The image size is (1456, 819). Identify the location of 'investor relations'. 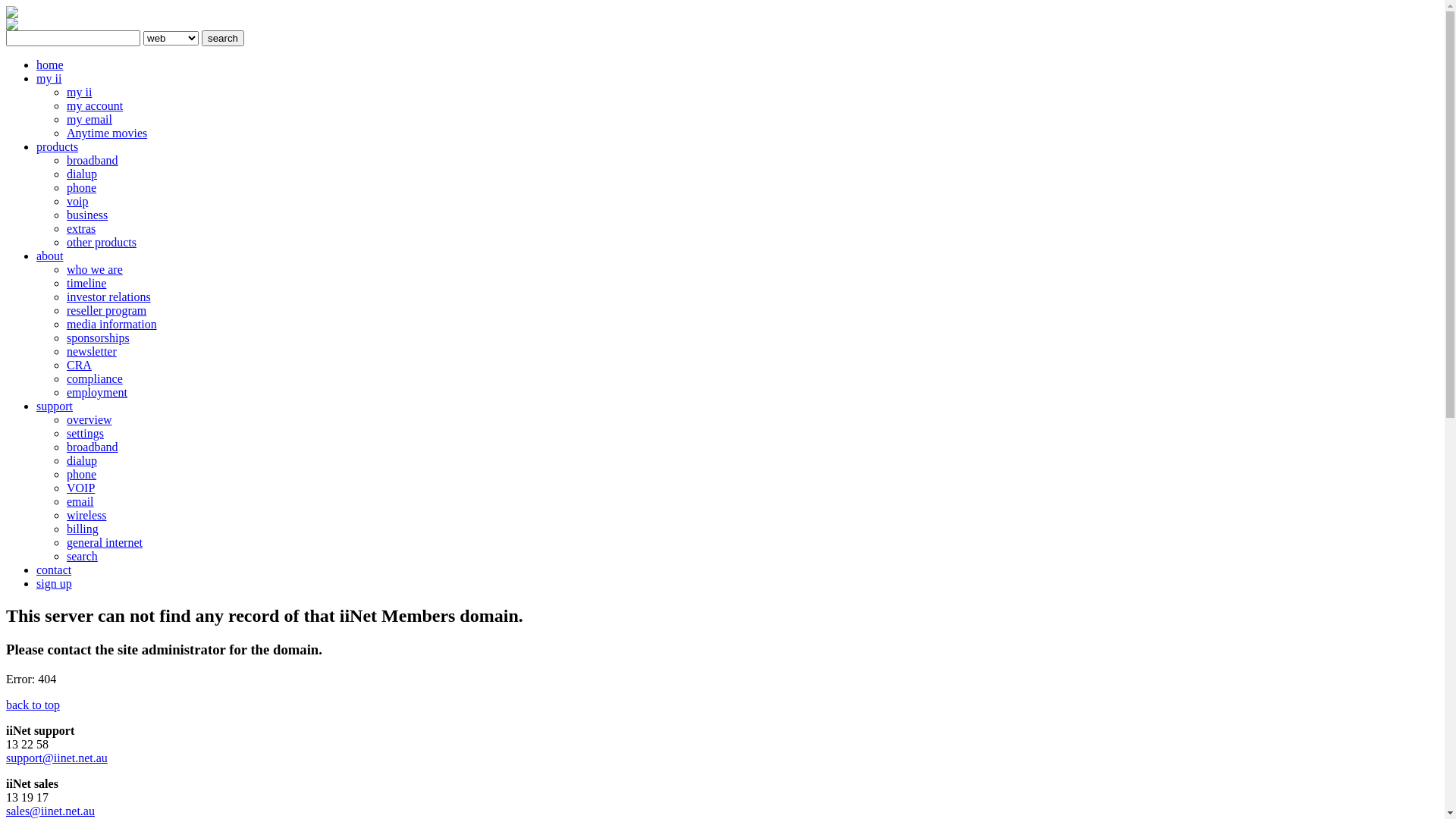
(108, 297).